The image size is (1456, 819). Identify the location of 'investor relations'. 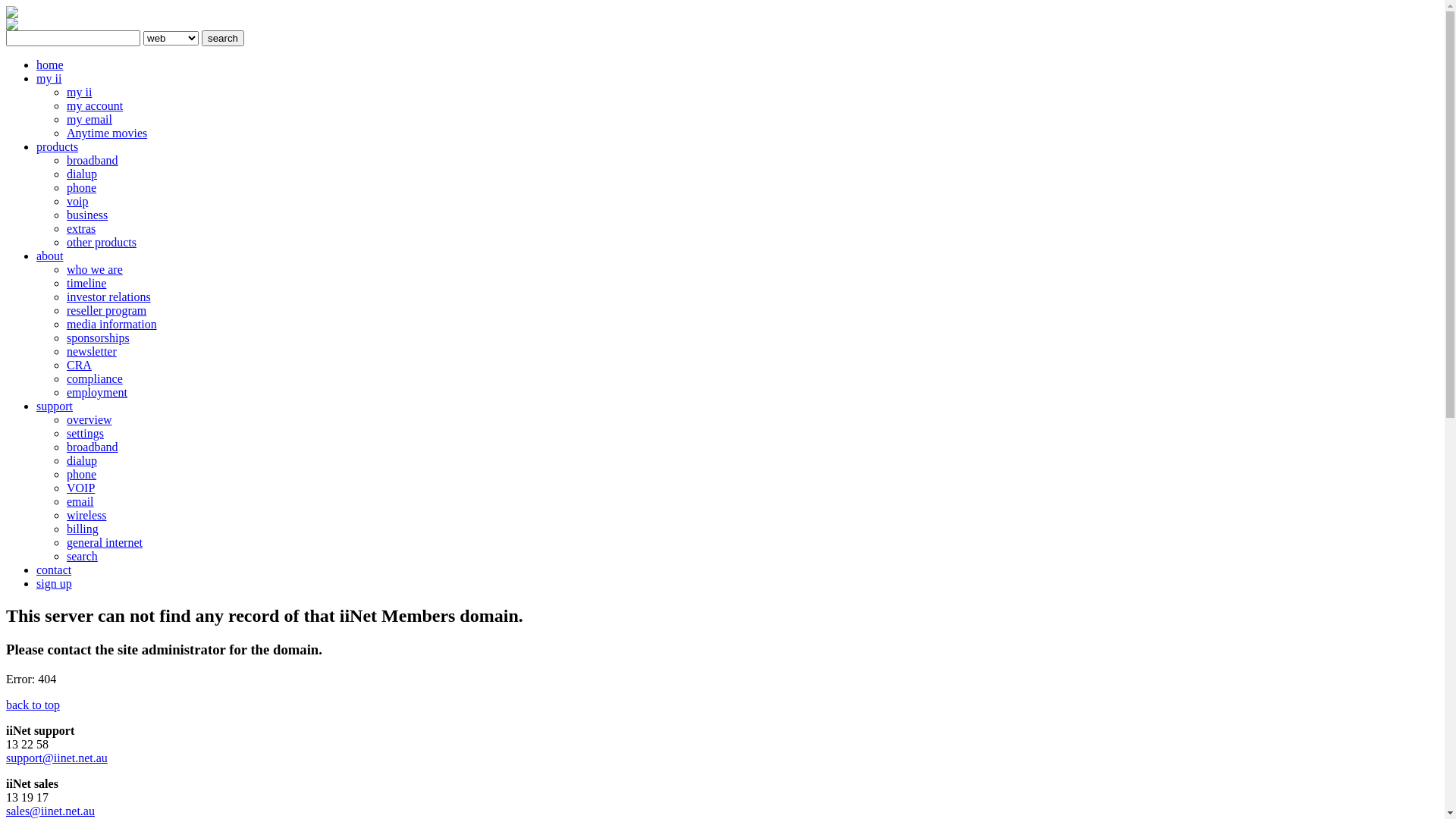
(108, 297).